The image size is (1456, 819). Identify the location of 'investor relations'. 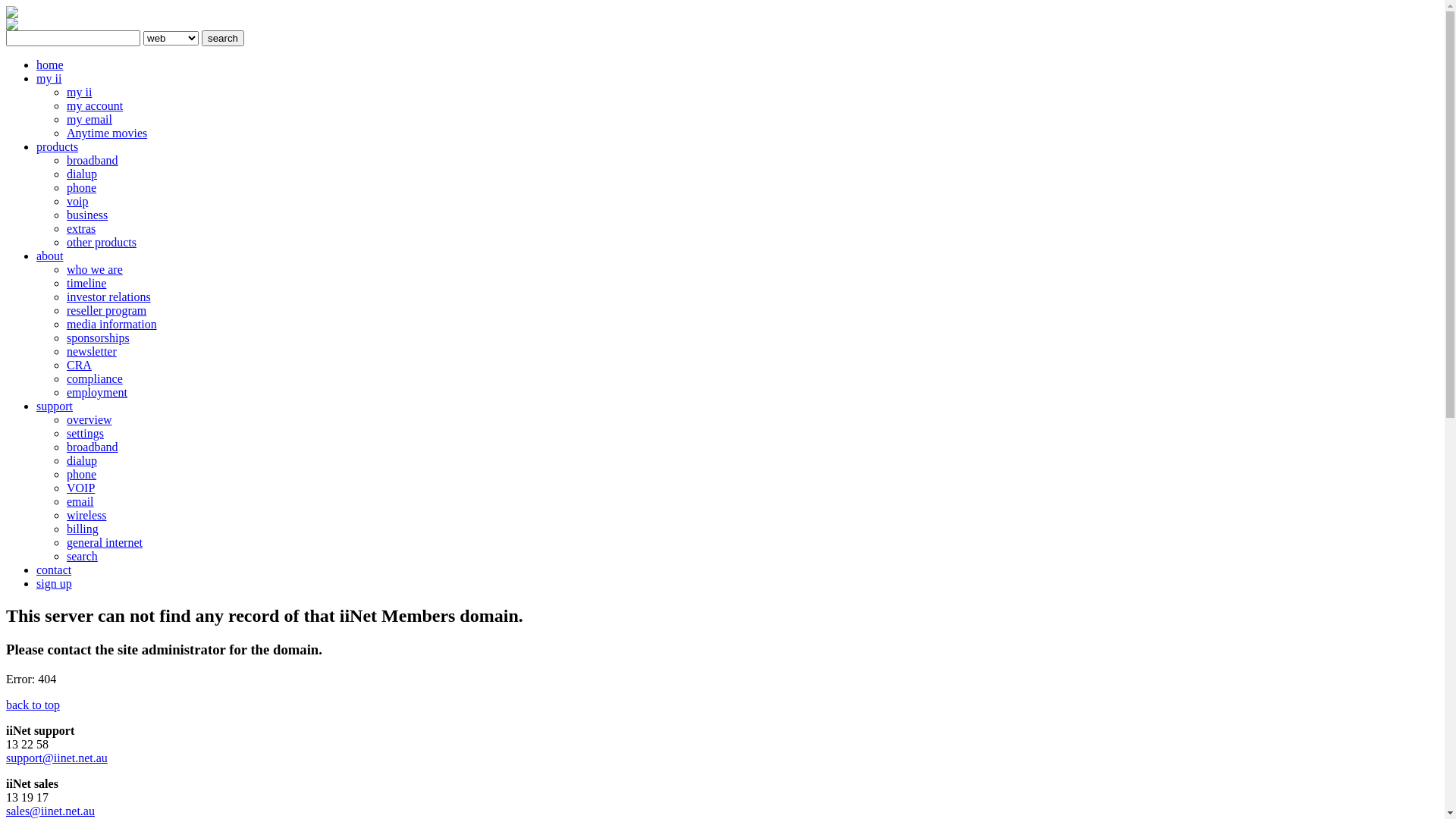
(108, 297).